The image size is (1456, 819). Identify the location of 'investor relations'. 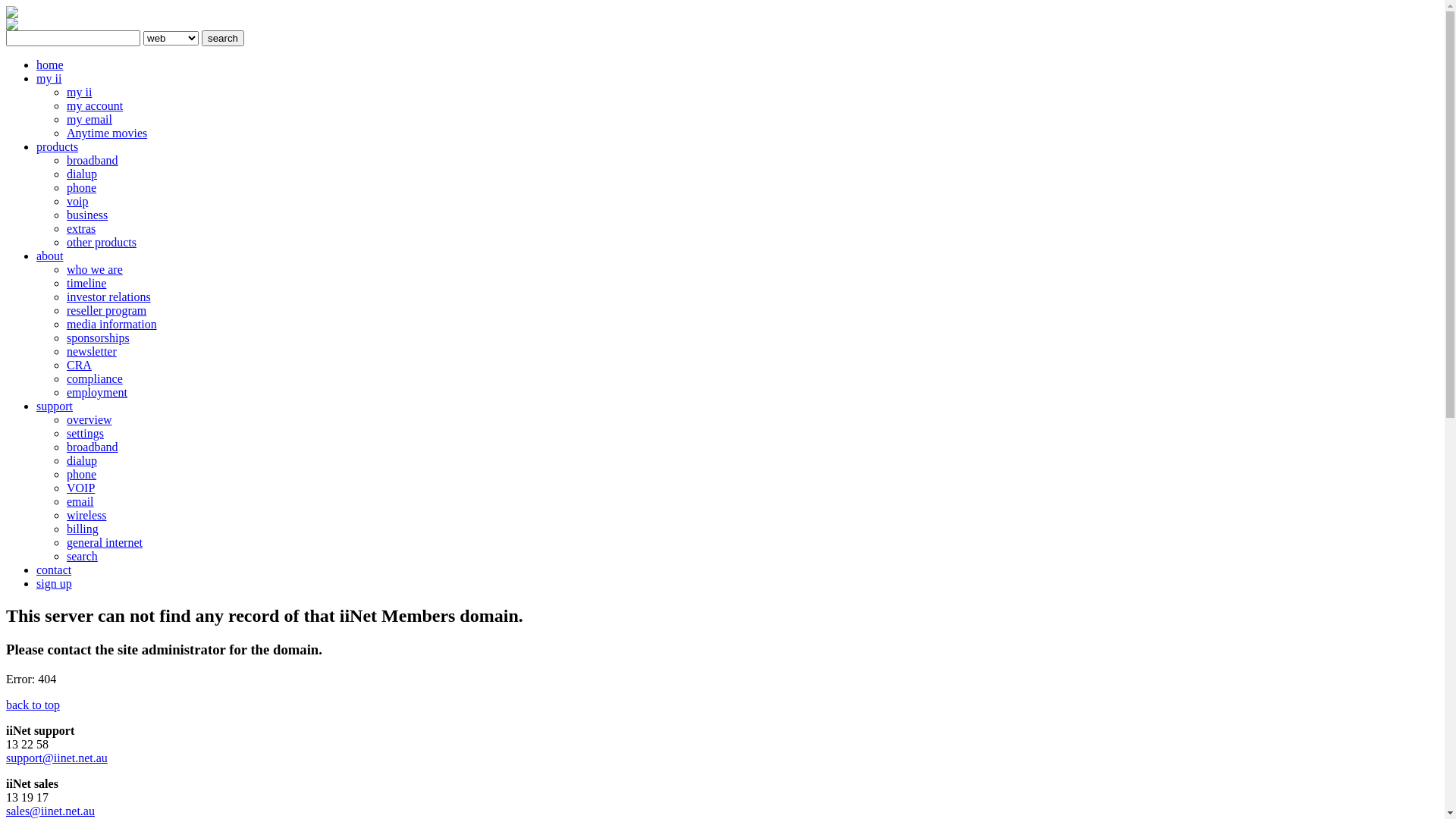
(108, 297).